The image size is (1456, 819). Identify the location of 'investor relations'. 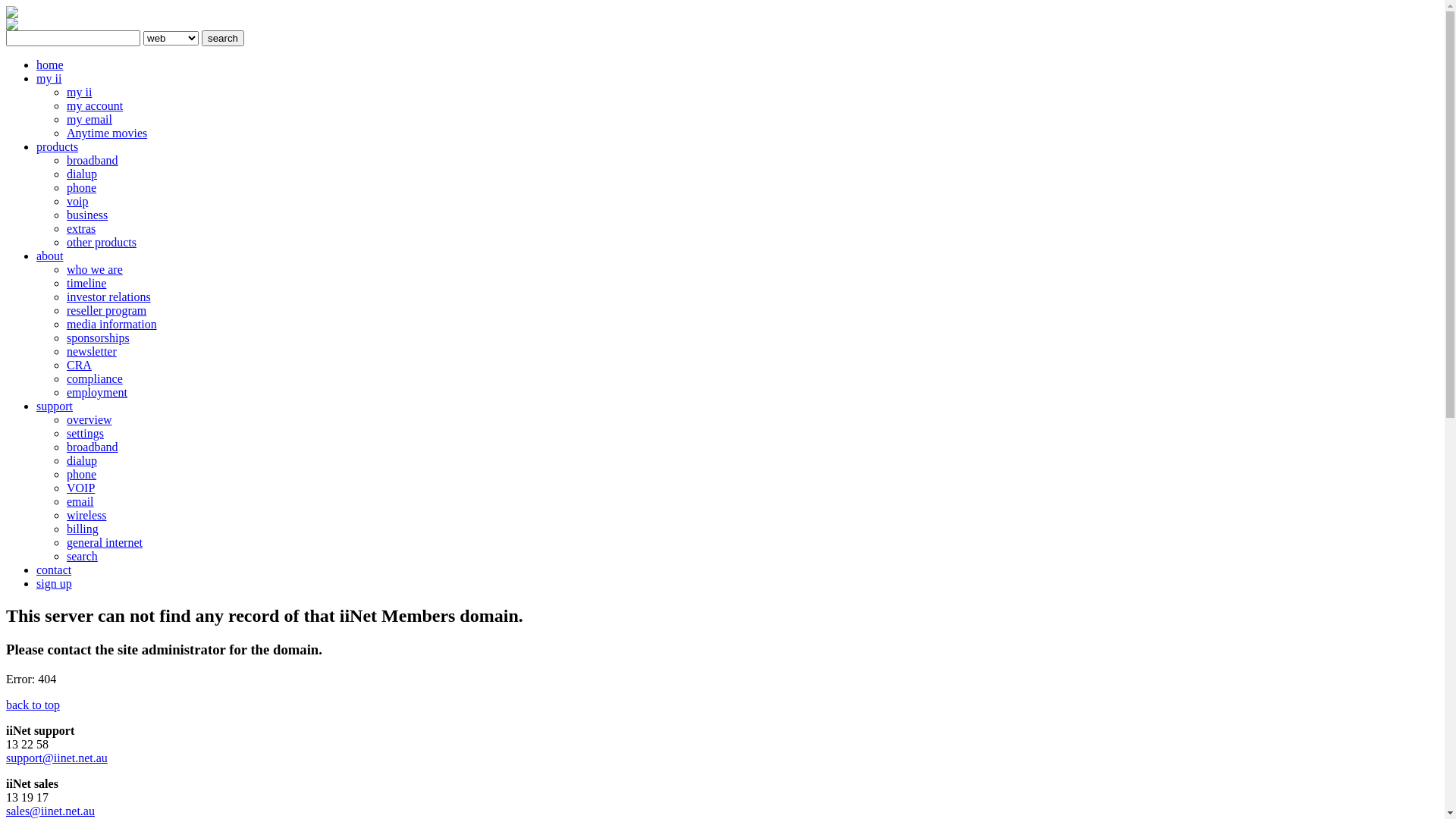
(108, 297).